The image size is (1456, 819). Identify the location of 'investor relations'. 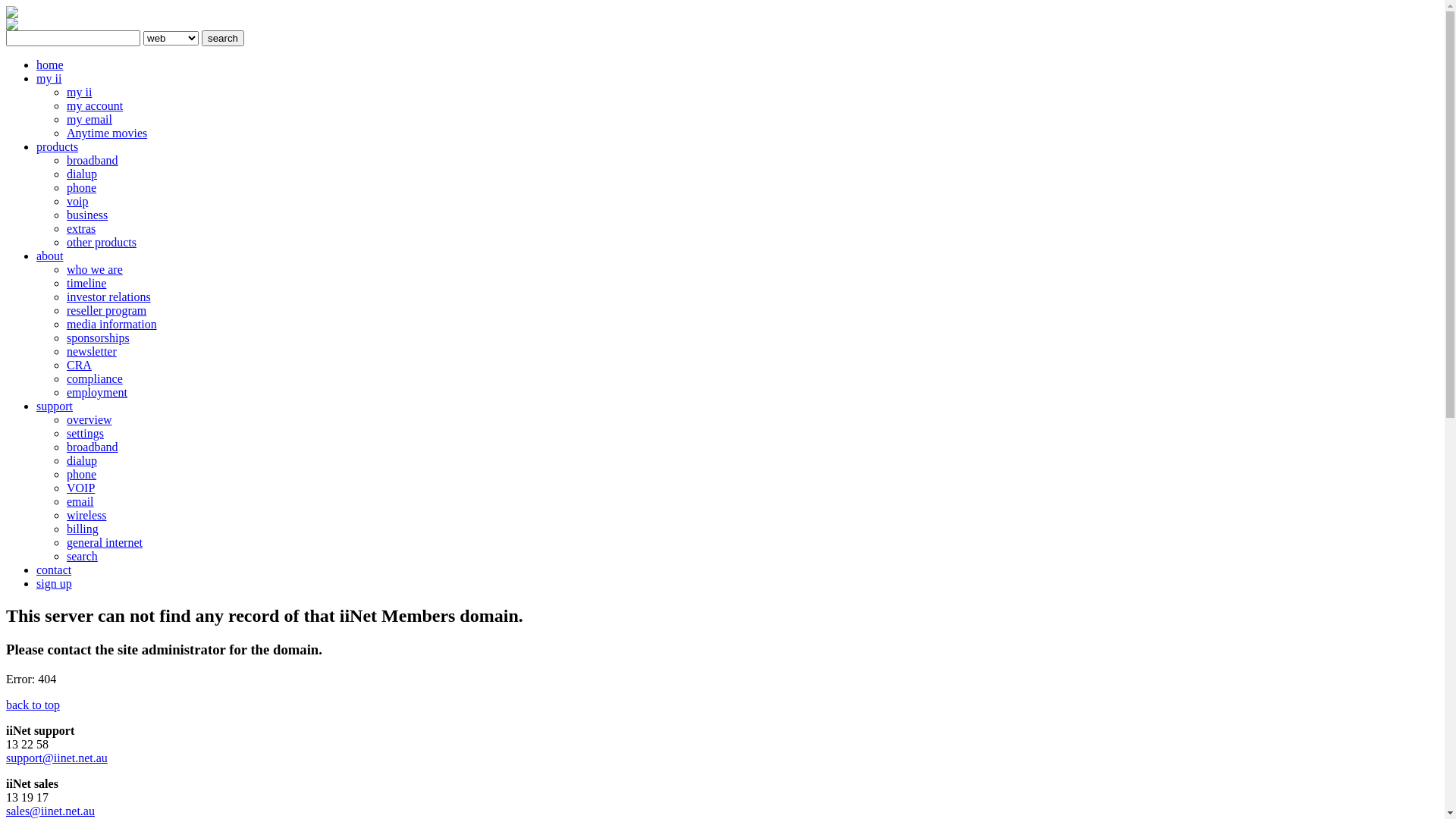
(108, 297).